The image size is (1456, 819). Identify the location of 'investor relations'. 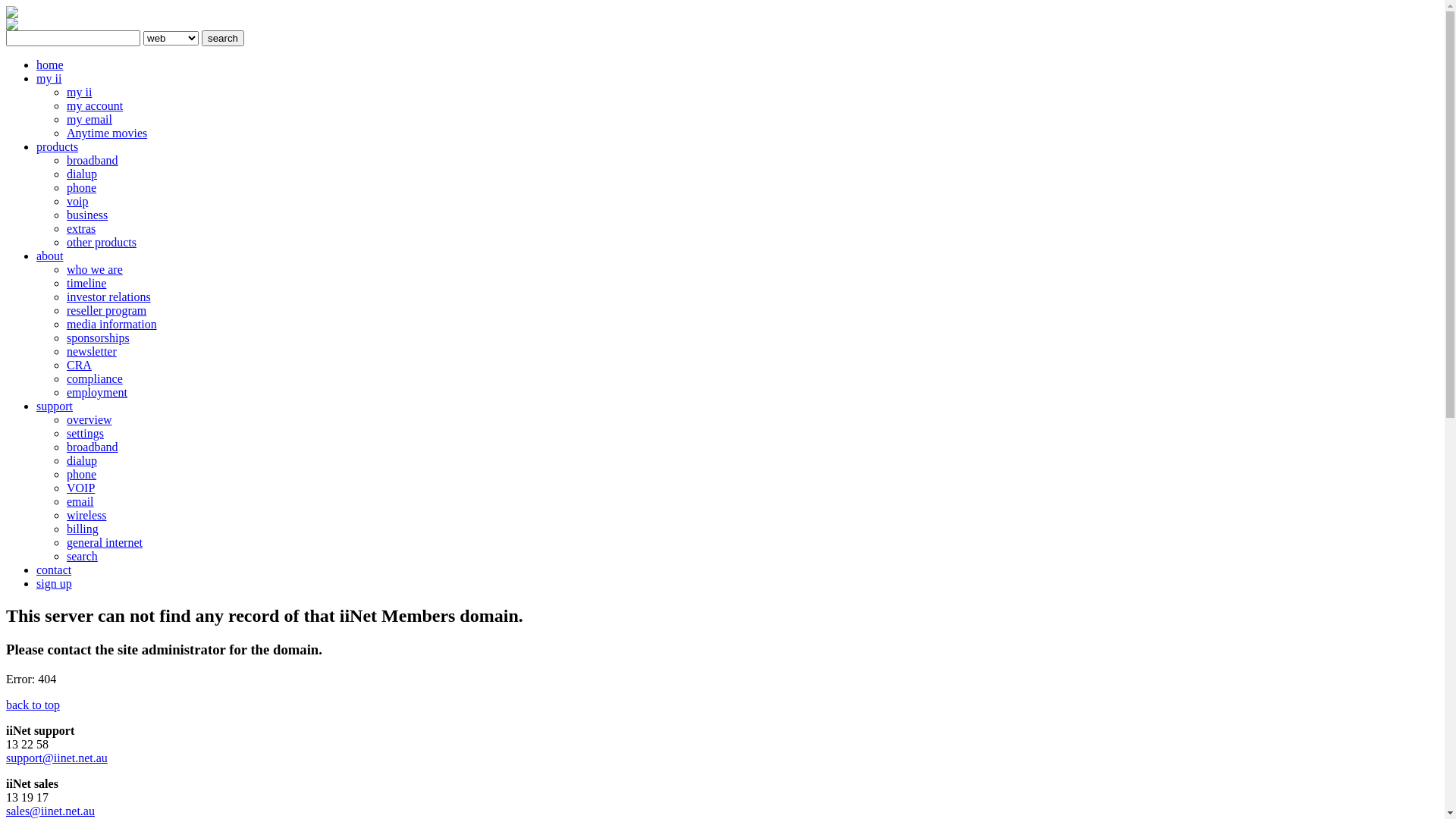
(108, 297).